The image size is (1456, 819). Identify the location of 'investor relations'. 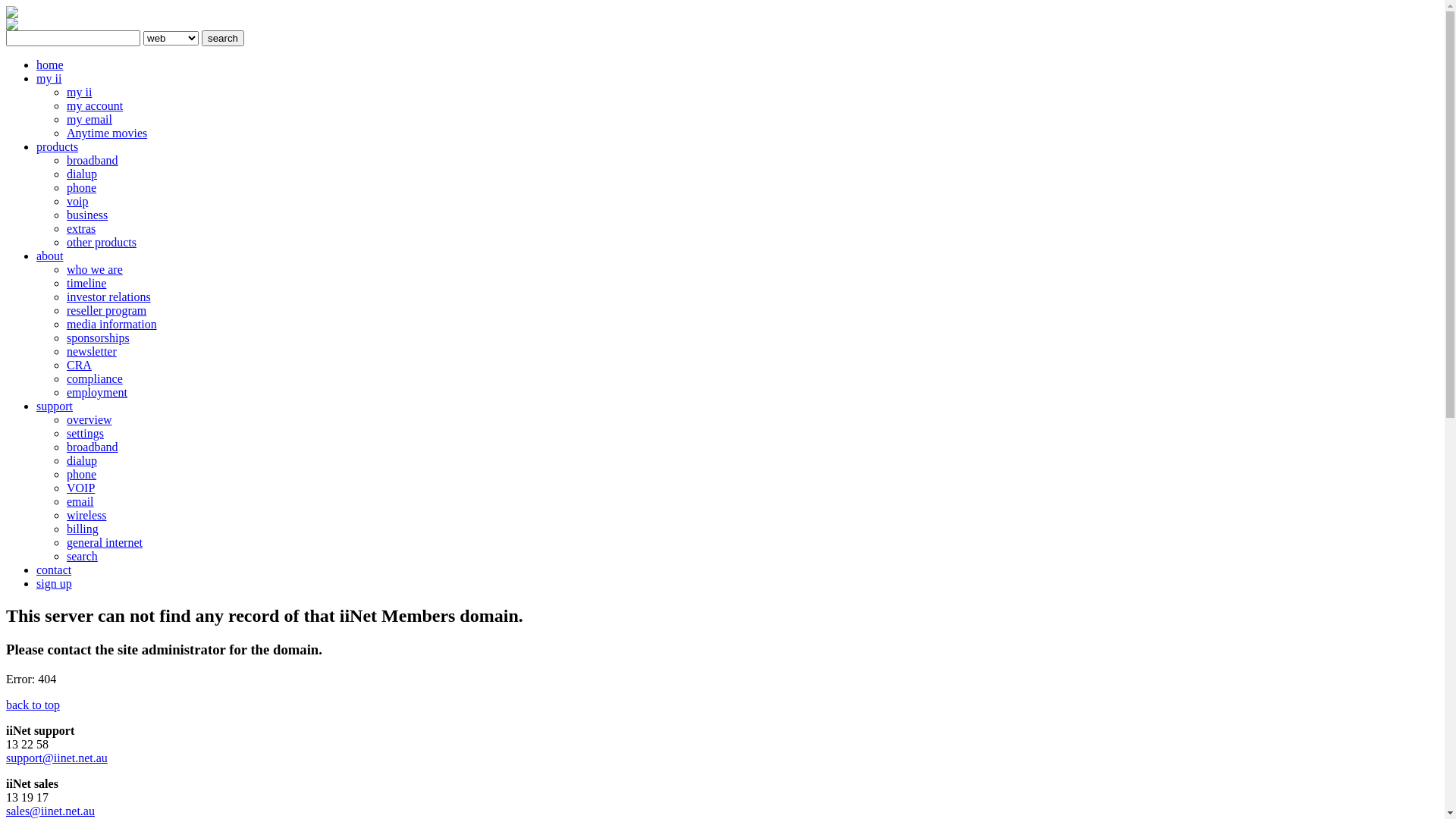
(108, 297).